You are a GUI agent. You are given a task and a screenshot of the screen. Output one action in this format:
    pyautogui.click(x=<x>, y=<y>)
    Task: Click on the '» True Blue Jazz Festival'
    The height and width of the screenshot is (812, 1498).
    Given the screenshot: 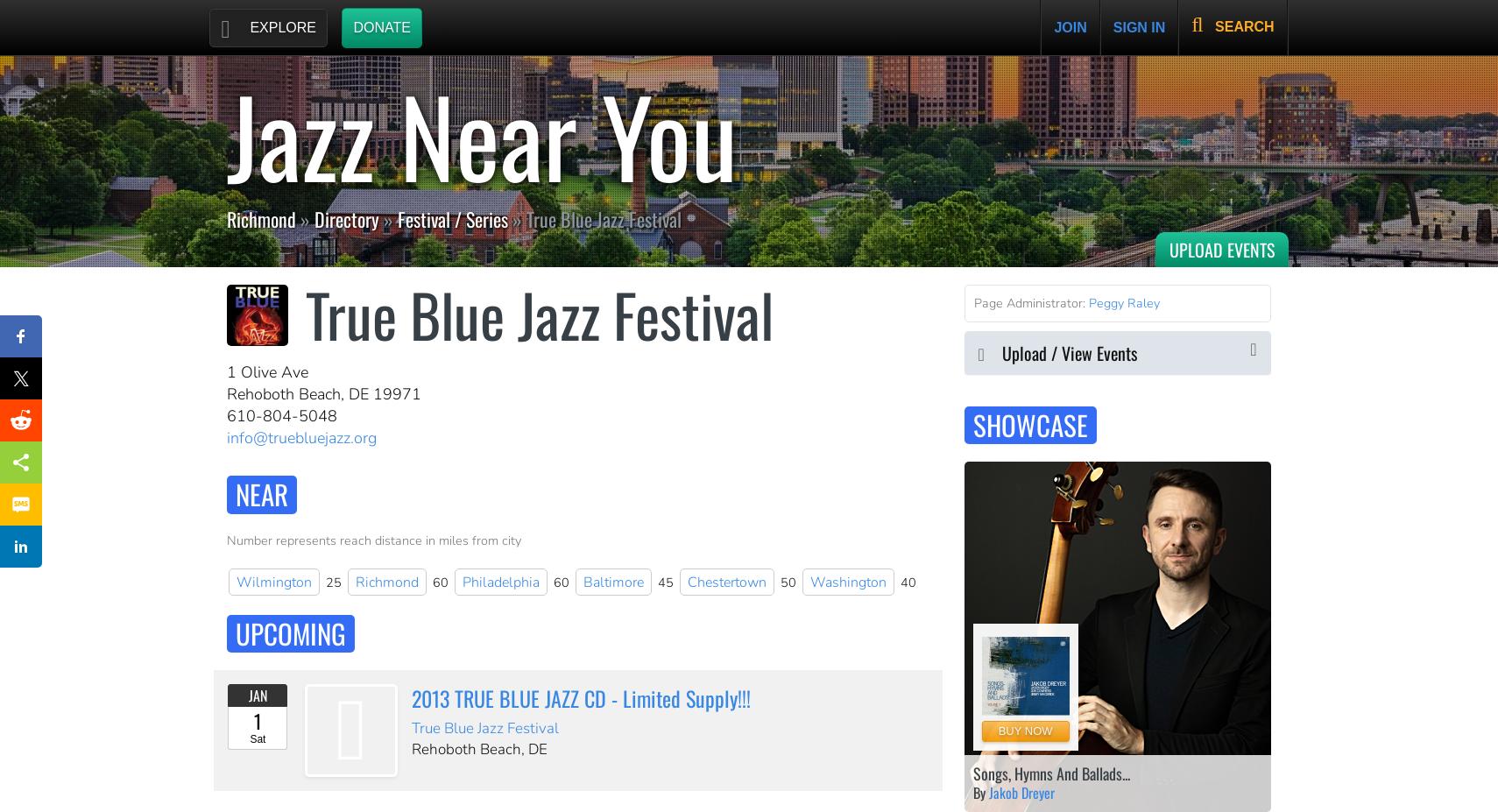 What is the action you would take?
    pyautogui.click(x=595, y=217)
    